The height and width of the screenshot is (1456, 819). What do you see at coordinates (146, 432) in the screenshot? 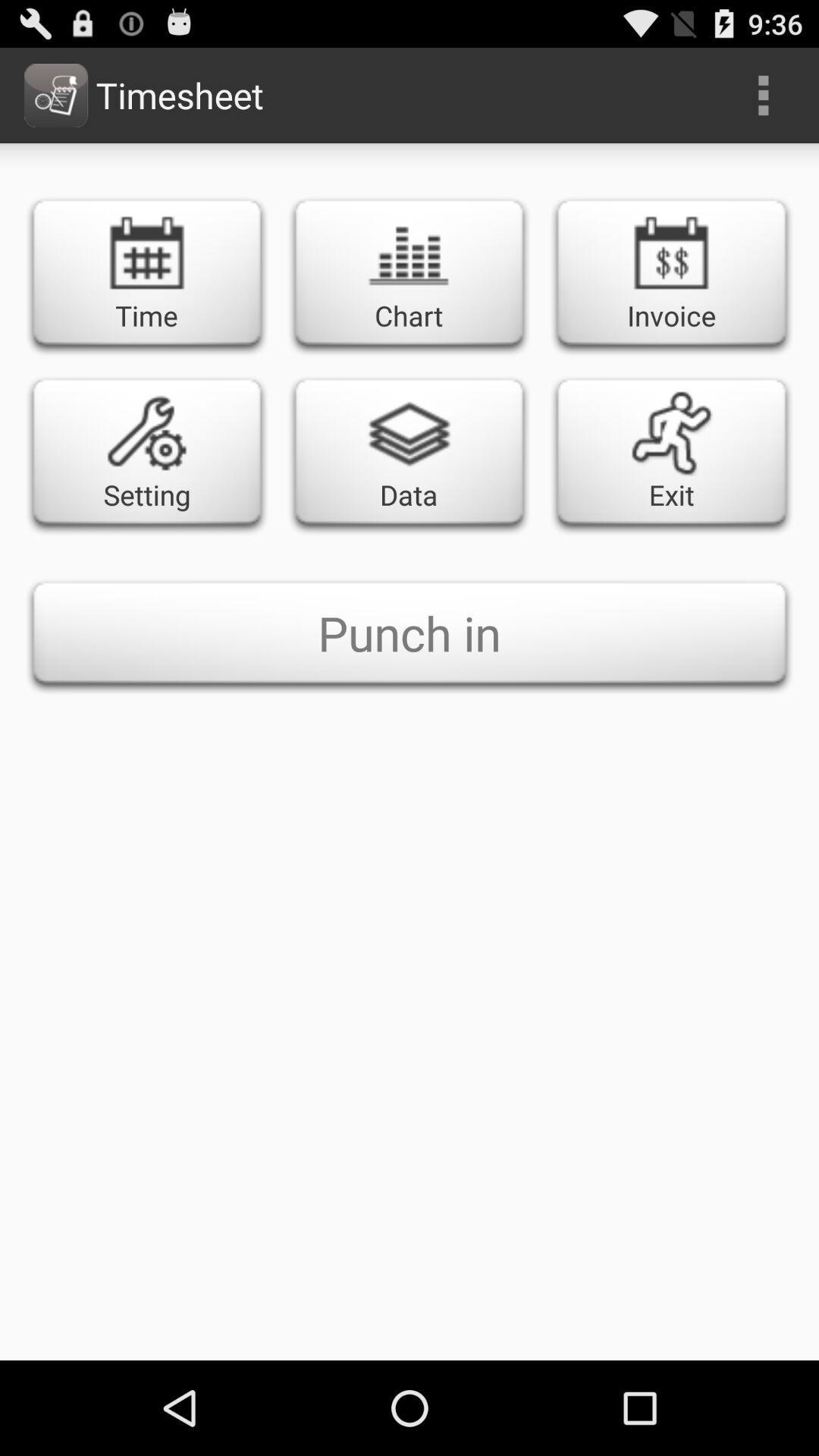
I see `image above setting` at bounding box center [146, 432].